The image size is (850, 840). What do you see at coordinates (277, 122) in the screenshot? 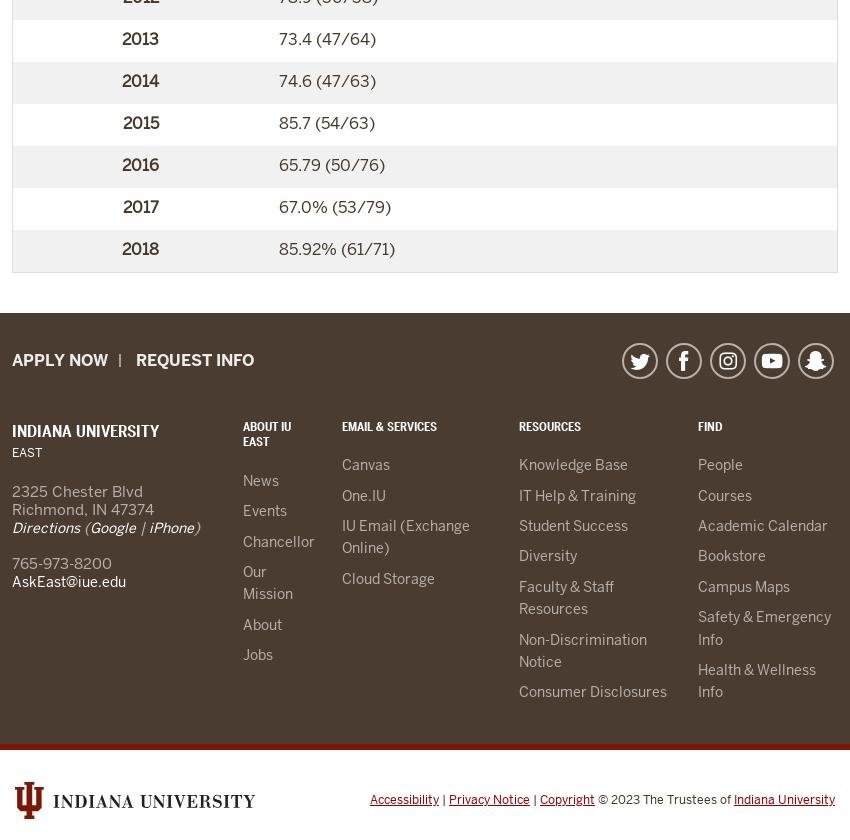
I see `'85.7 (54/63)'` at bounding box center [277, 122].